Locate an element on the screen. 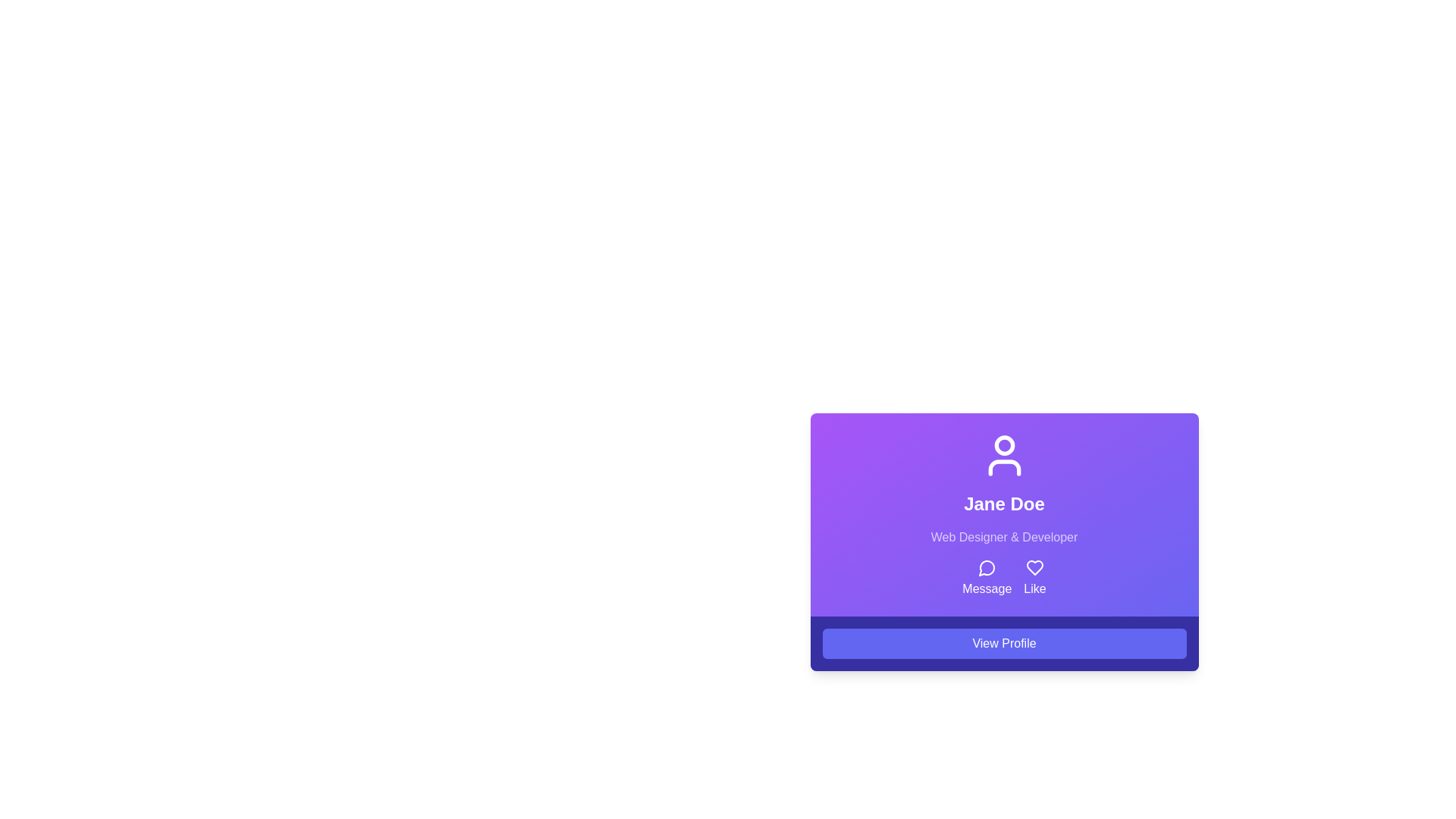  the 'Message' button, which features a speech bubble icon and is located below 'Jane Doe' and to the left of the 'Like' button is located at coordinates (987, 579).